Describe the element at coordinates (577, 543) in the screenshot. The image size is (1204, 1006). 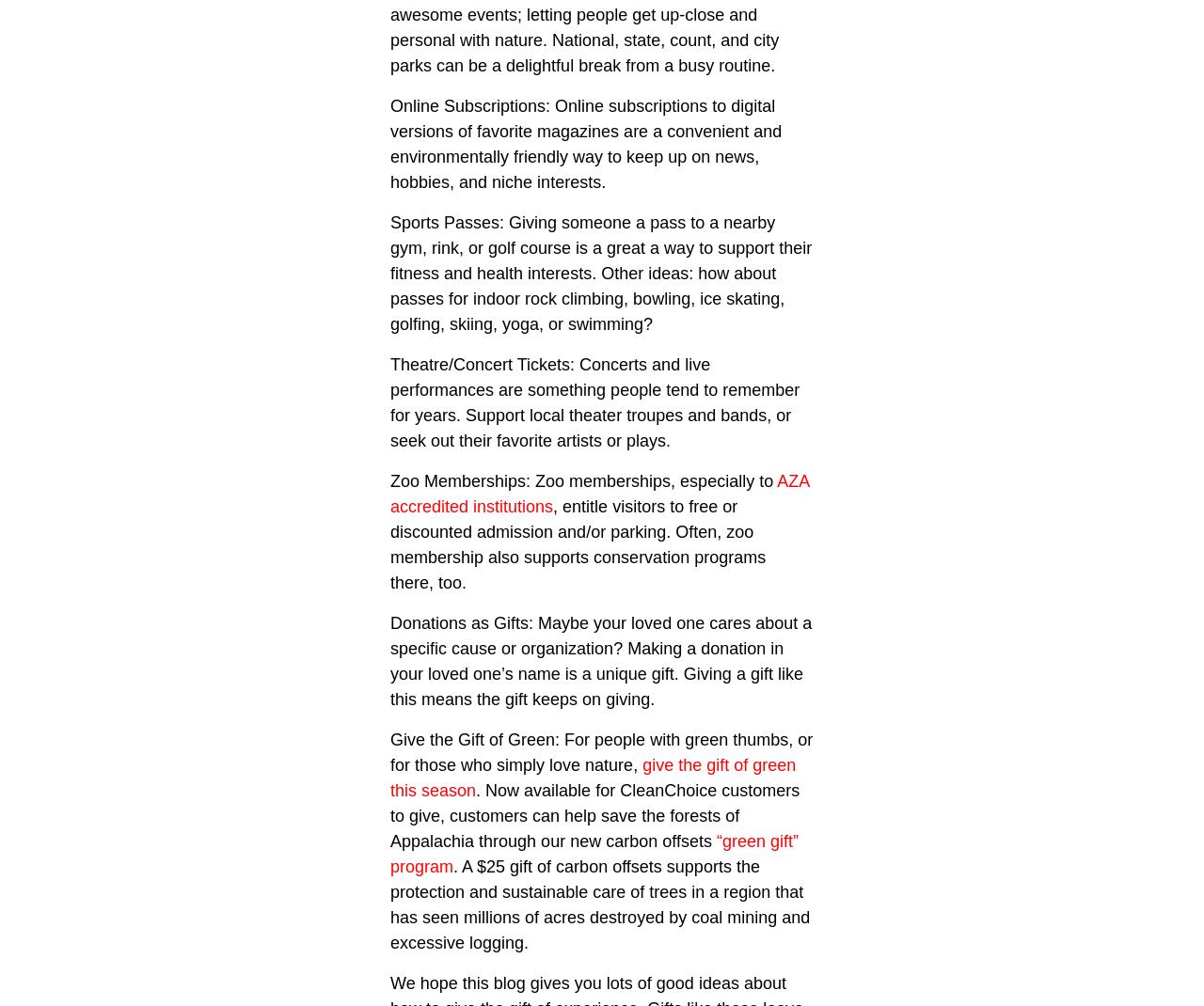
I see `', entitle visitors to free or discounted admission and/or parking. Often, zoo membership also supports conservation programs there, too.'` at that location.